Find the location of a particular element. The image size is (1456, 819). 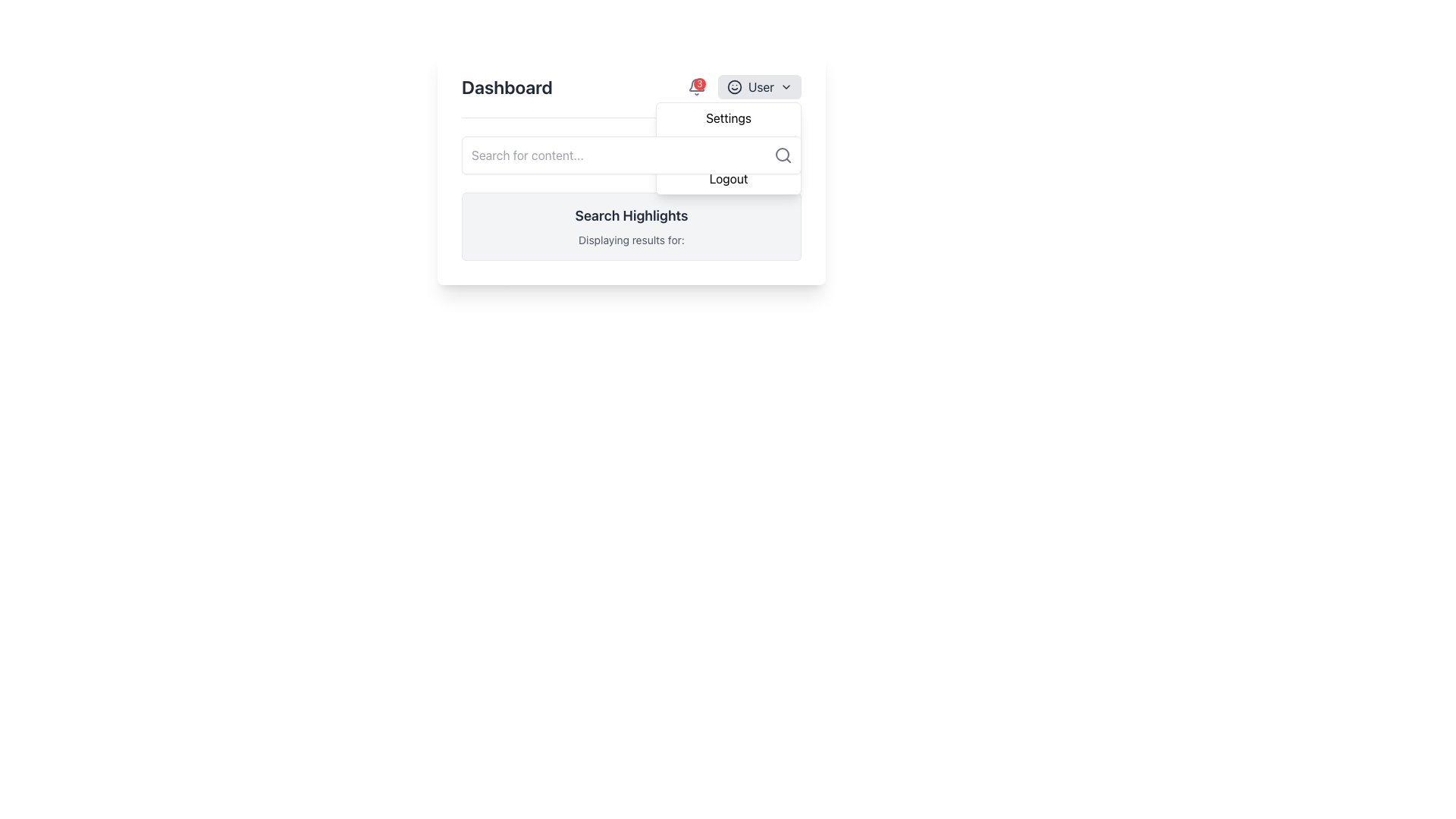

the text label reading 'Search Highlights', which is styled in a bold, large font size and dark gray color, located at the upper section of a shaded box underneath a search input field is located at coordinates (632, 216).